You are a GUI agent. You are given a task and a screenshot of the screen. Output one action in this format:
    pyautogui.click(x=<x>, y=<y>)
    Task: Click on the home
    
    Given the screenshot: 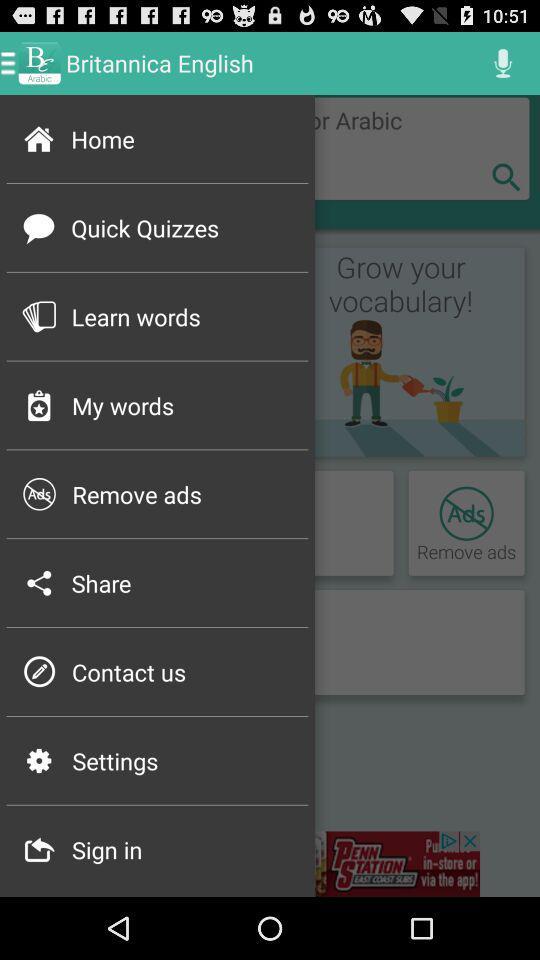 What is the action you would take?
    pyautogui.click(x=268, y=147)
    